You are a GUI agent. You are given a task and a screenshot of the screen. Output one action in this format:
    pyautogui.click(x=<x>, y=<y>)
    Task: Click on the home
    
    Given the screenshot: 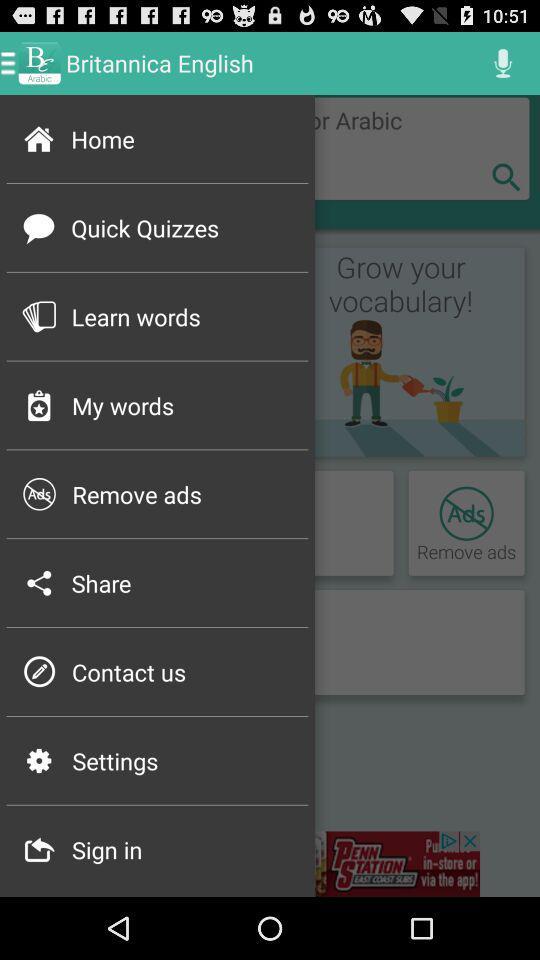 What is the action you would take?
    pyautogui.click(x=268, y=147)
    